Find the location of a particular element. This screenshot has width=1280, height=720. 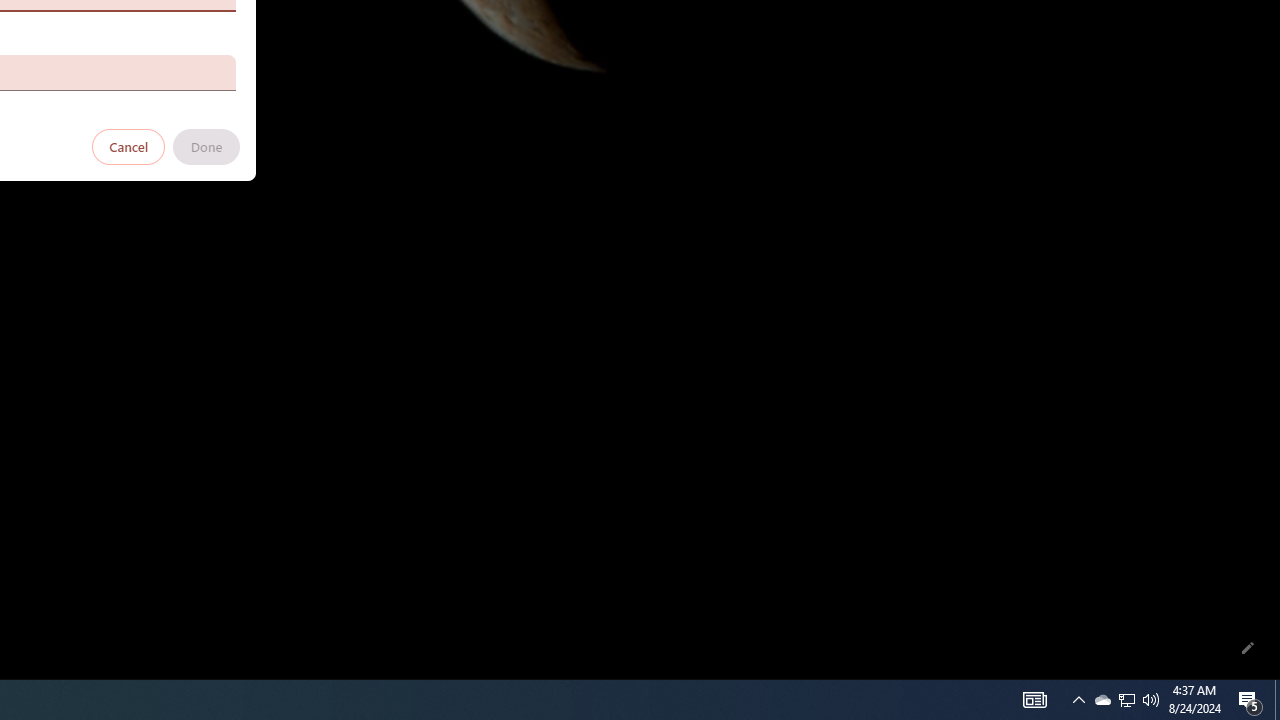

'Done' is located at coordinates (206, 145).